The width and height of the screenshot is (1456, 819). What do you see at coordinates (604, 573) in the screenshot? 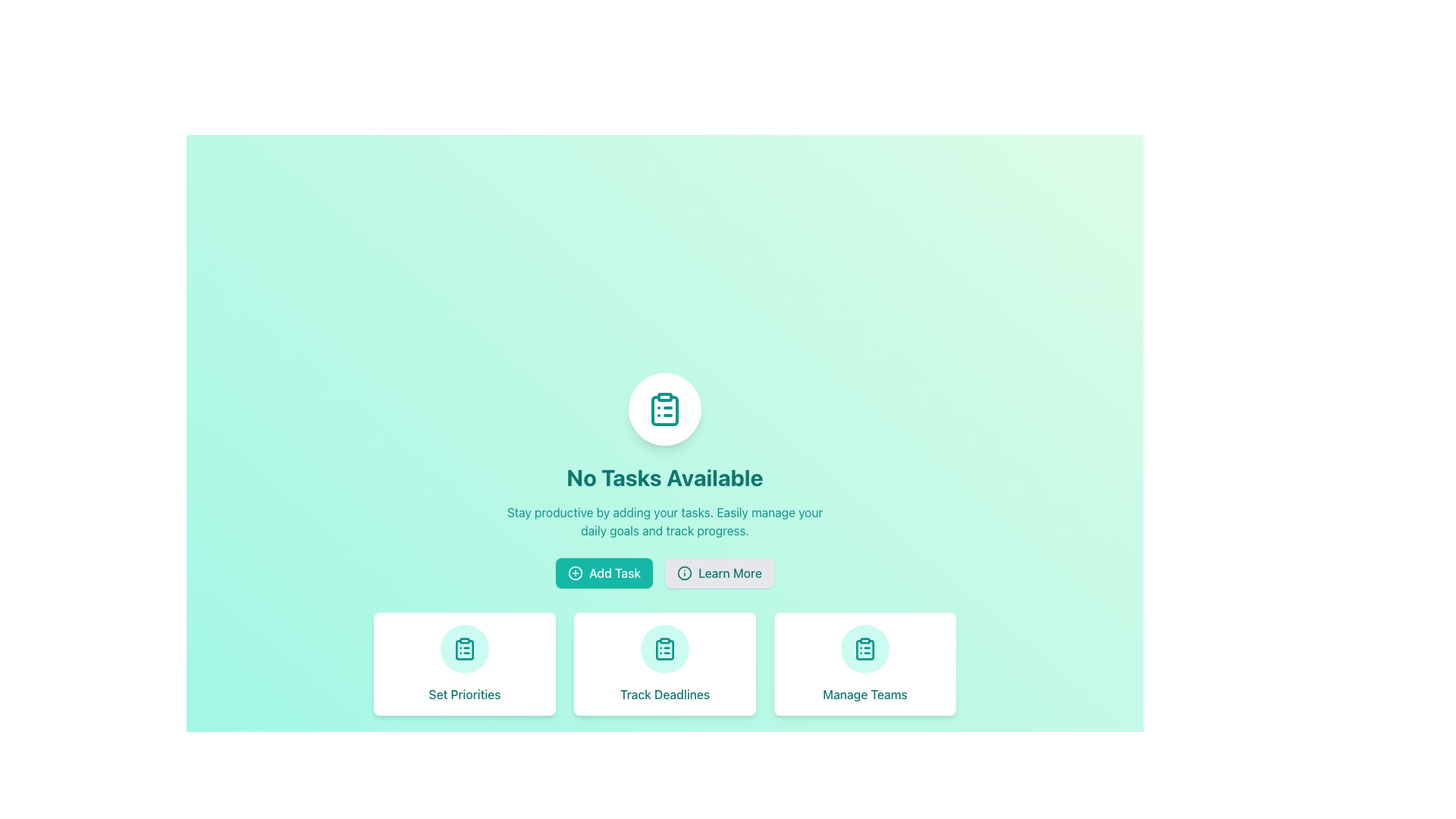
I see `the rounded teal 'Add Task' button with white text and a plus icon, located under the 'No Tasks Available' header` at bounding box center [604, 573].